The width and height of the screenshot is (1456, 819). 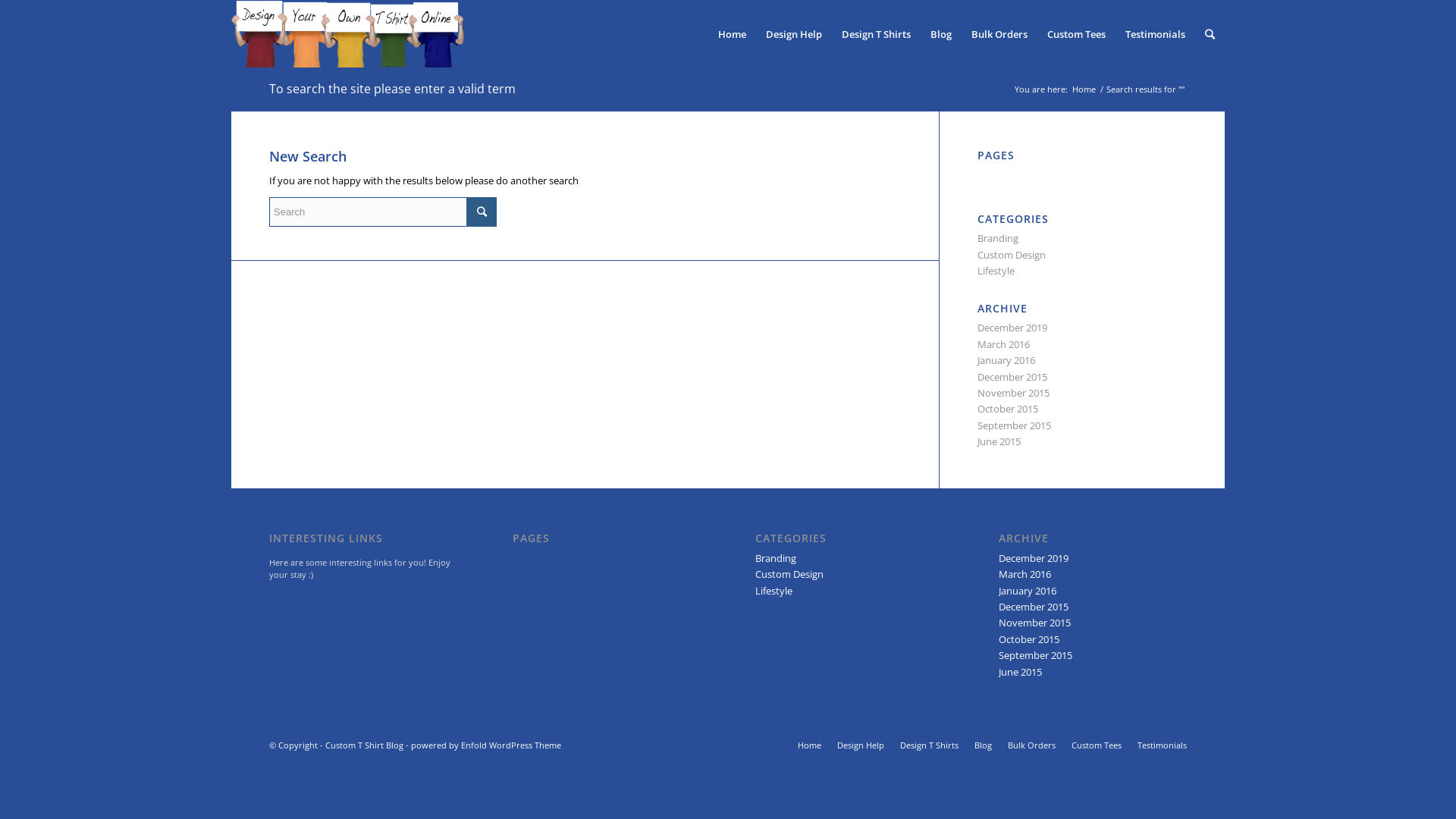 What do you see at coordinates (1031, 744) in the screenshot?
I see `'Bulk Orders'` at bounding box center [1031, 744].